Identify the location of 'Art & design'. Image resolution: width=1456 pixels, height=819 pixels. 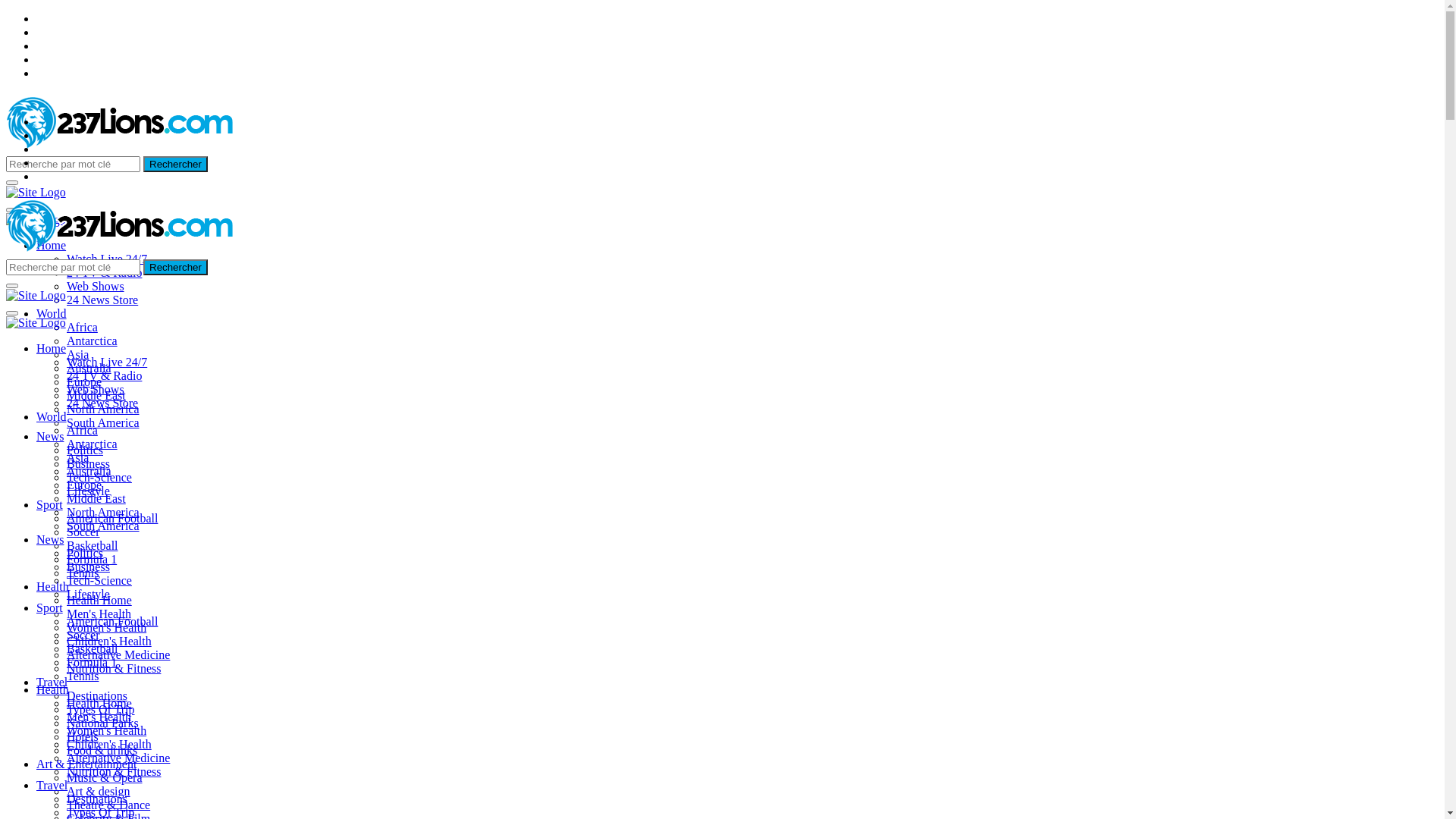
(97, 790).